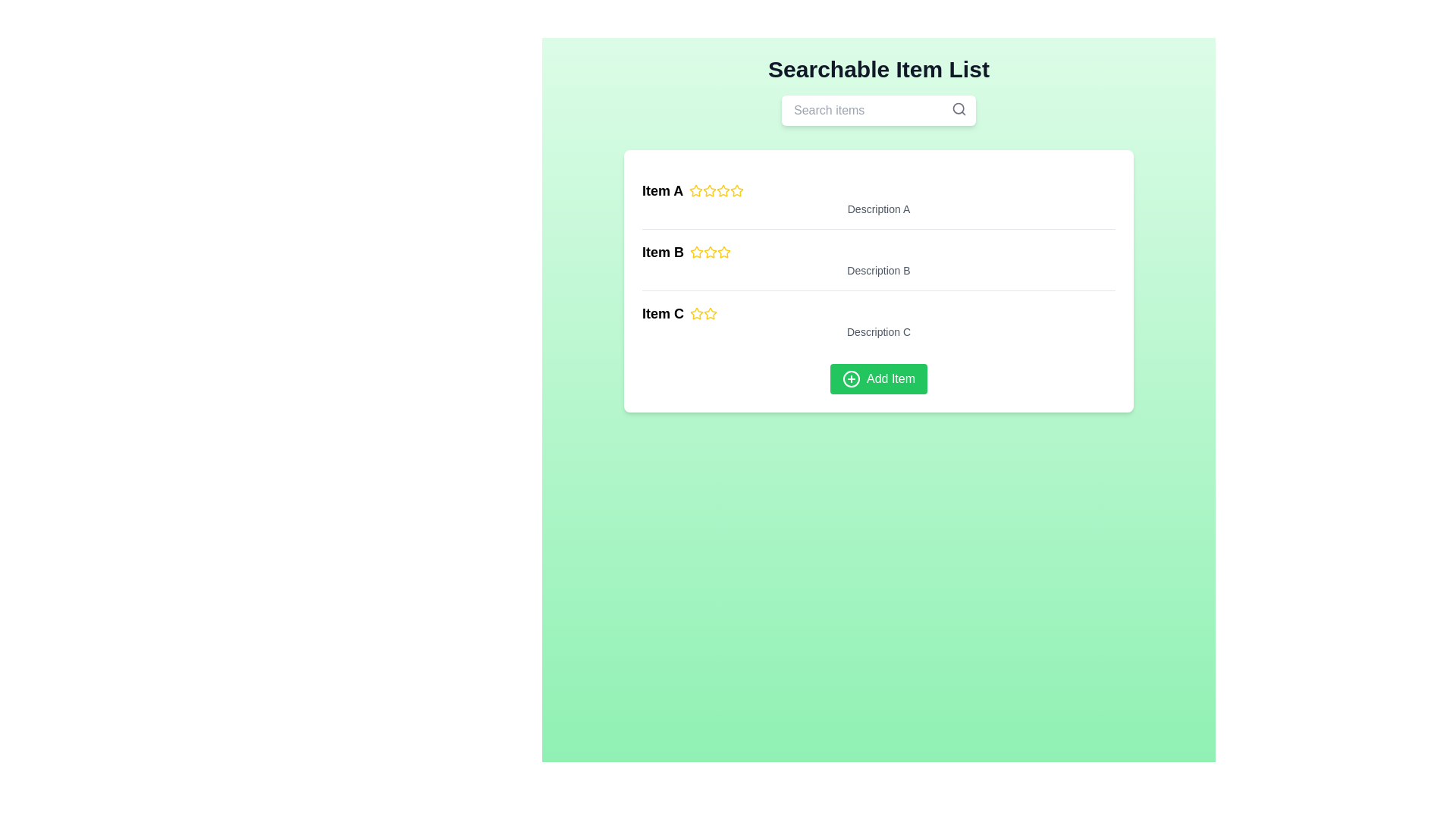  What do you see at coordinates (696, 312) in the screenshot?
I see `the fourth star icon in the rating section for 'Item C' to set a rating` at bounding box center [696, 312].